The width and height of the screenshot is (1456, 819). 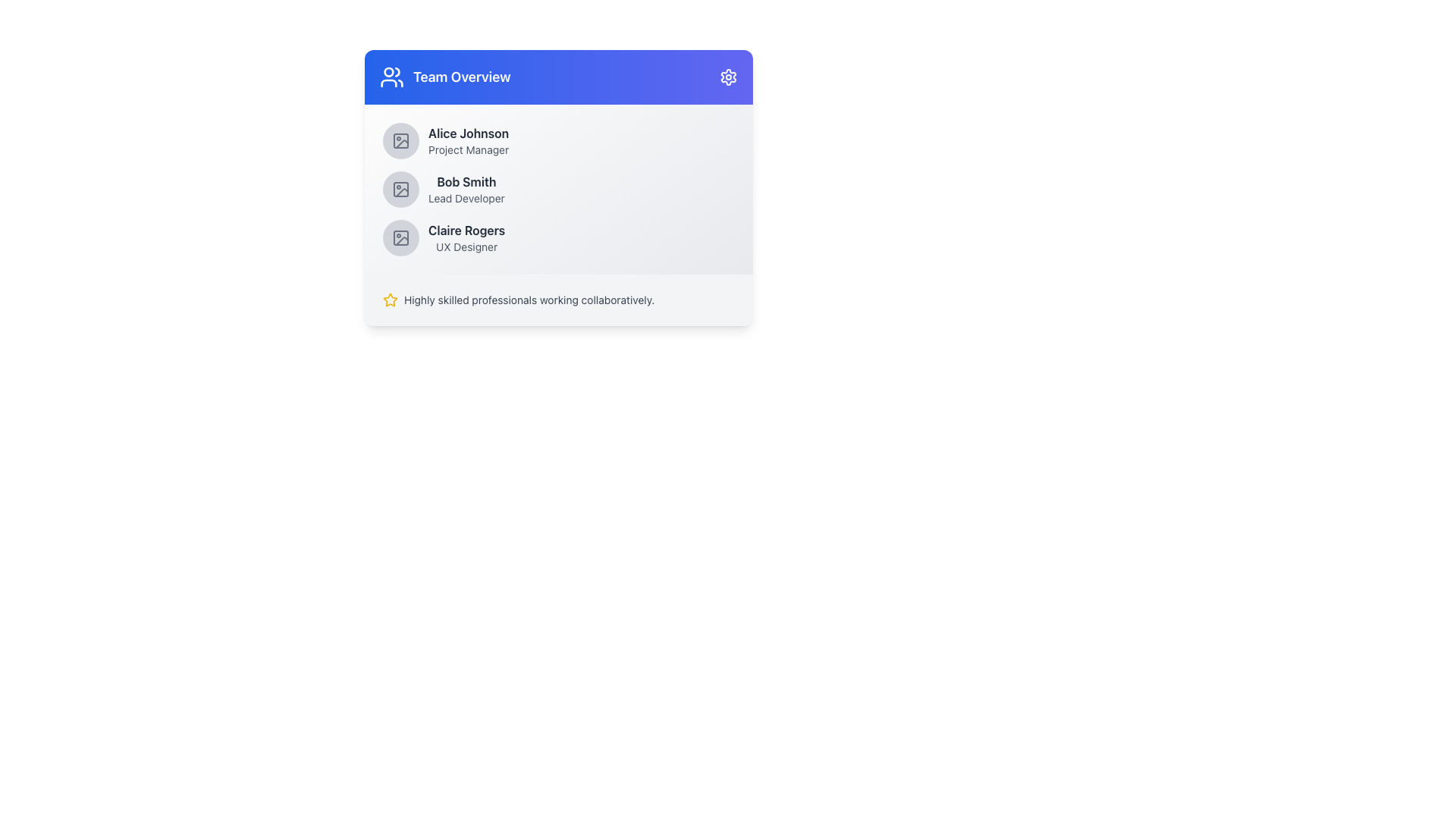 I want to click on the team icon located in the top header section, which visually represents the concept of a team or group, preceding the 'Team Overview' text, so click(x=392, y=77).